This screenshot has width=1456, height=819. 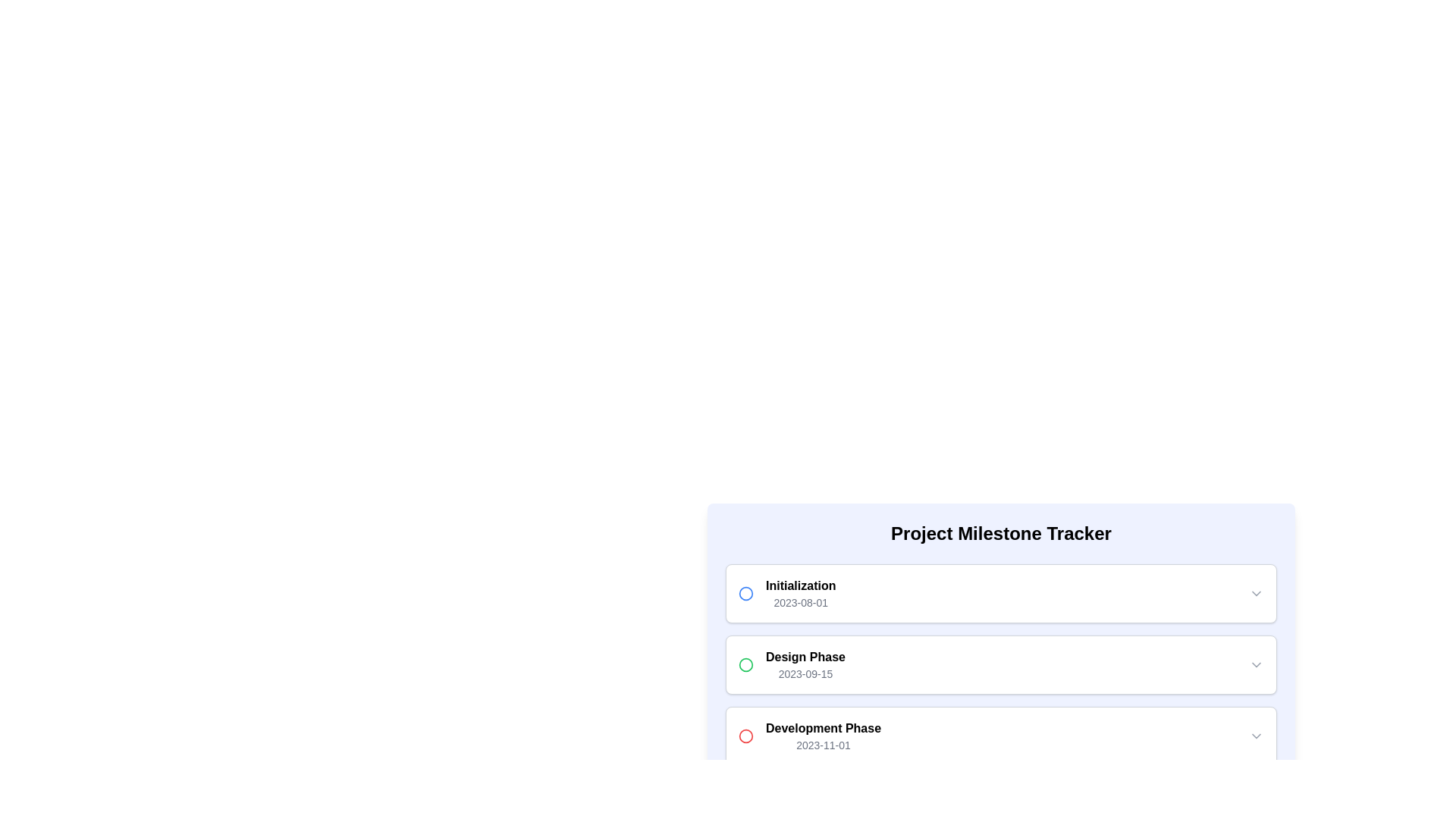 I want to click on the List Item displaying 'Development Phase' with a red circular icon to interact with it, so click(x=809, y=736).